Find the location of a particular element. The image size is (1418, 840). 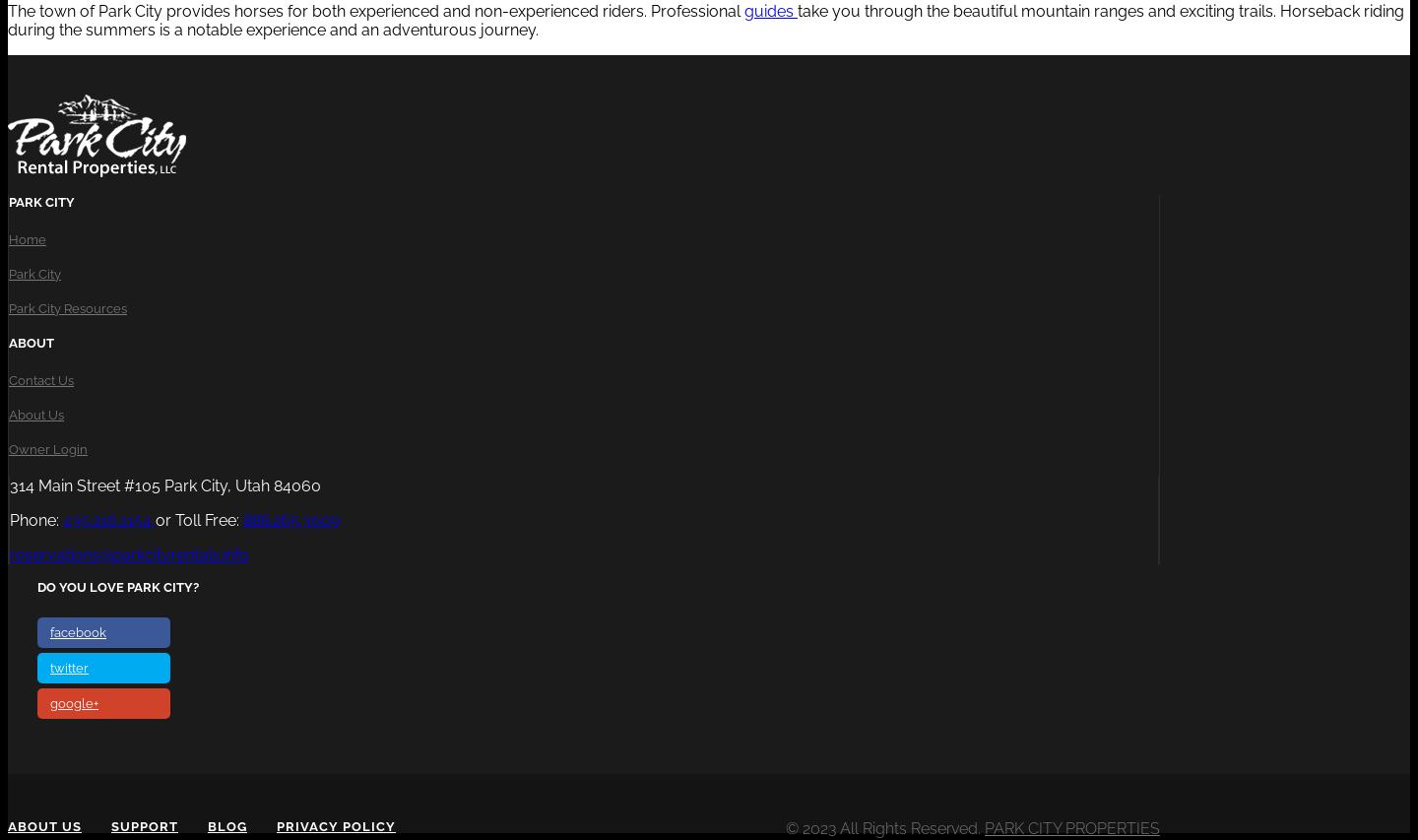

'Park City Resources' is located at coordinates (67, 307).